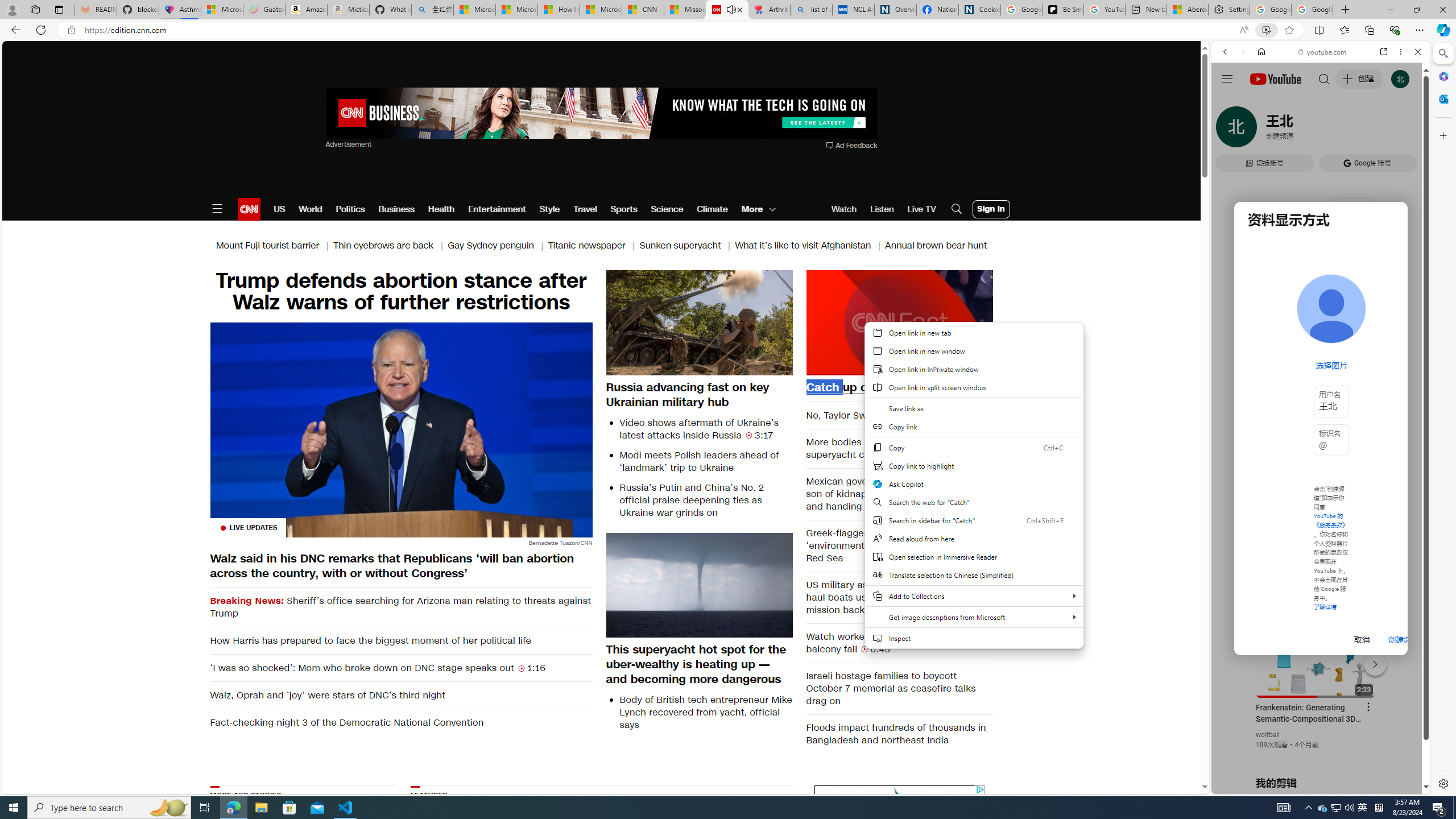  What do you see at coordinates (974, 596) in the screenshot?
I see `'Add to Collections'` at bounding box center [974, 596].